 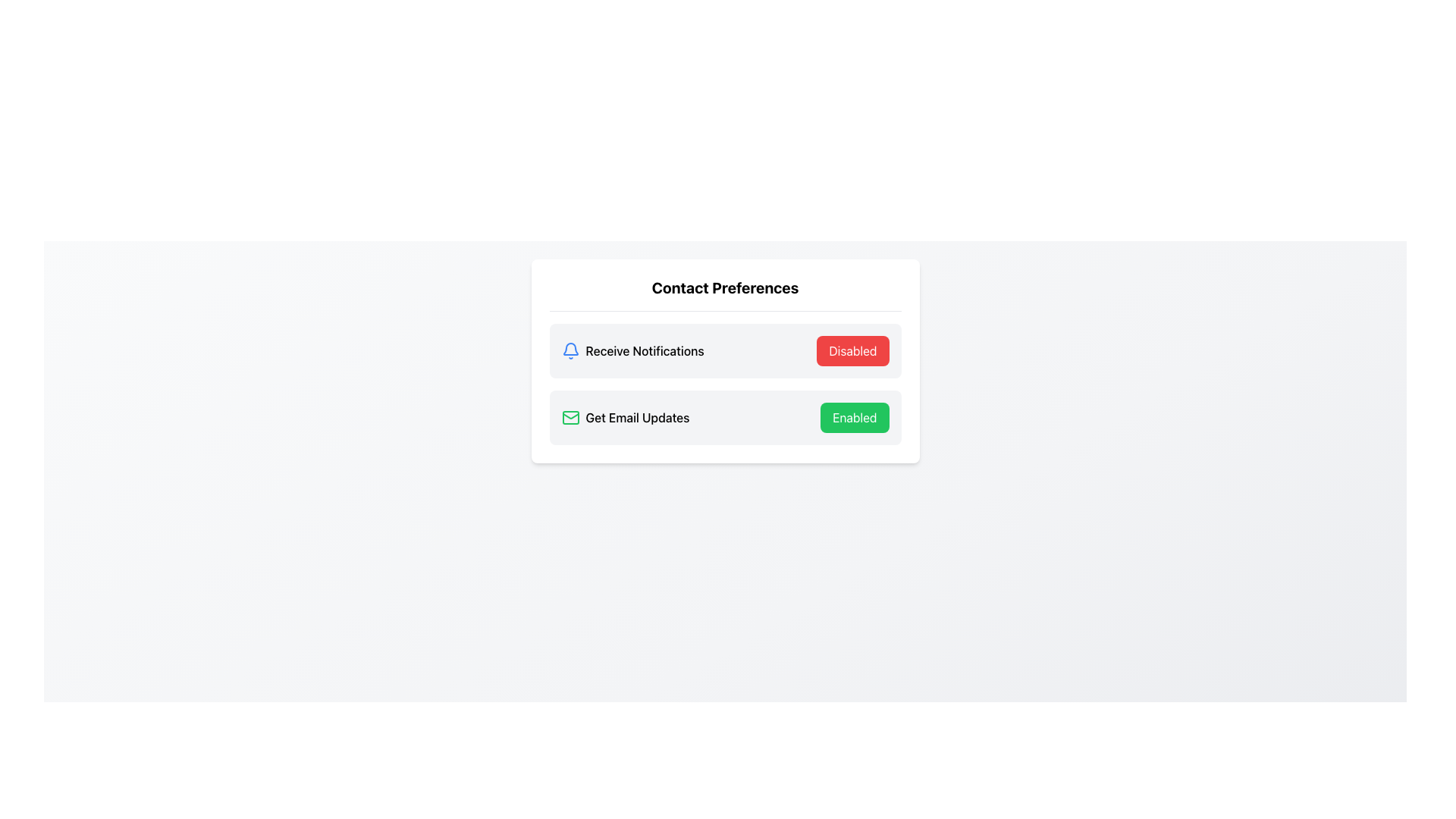 I want to click on the Option row with a notification bell icon, the text 'Receive Notifications', and a red button titled 'Disabled', so click(x=724, y=350).